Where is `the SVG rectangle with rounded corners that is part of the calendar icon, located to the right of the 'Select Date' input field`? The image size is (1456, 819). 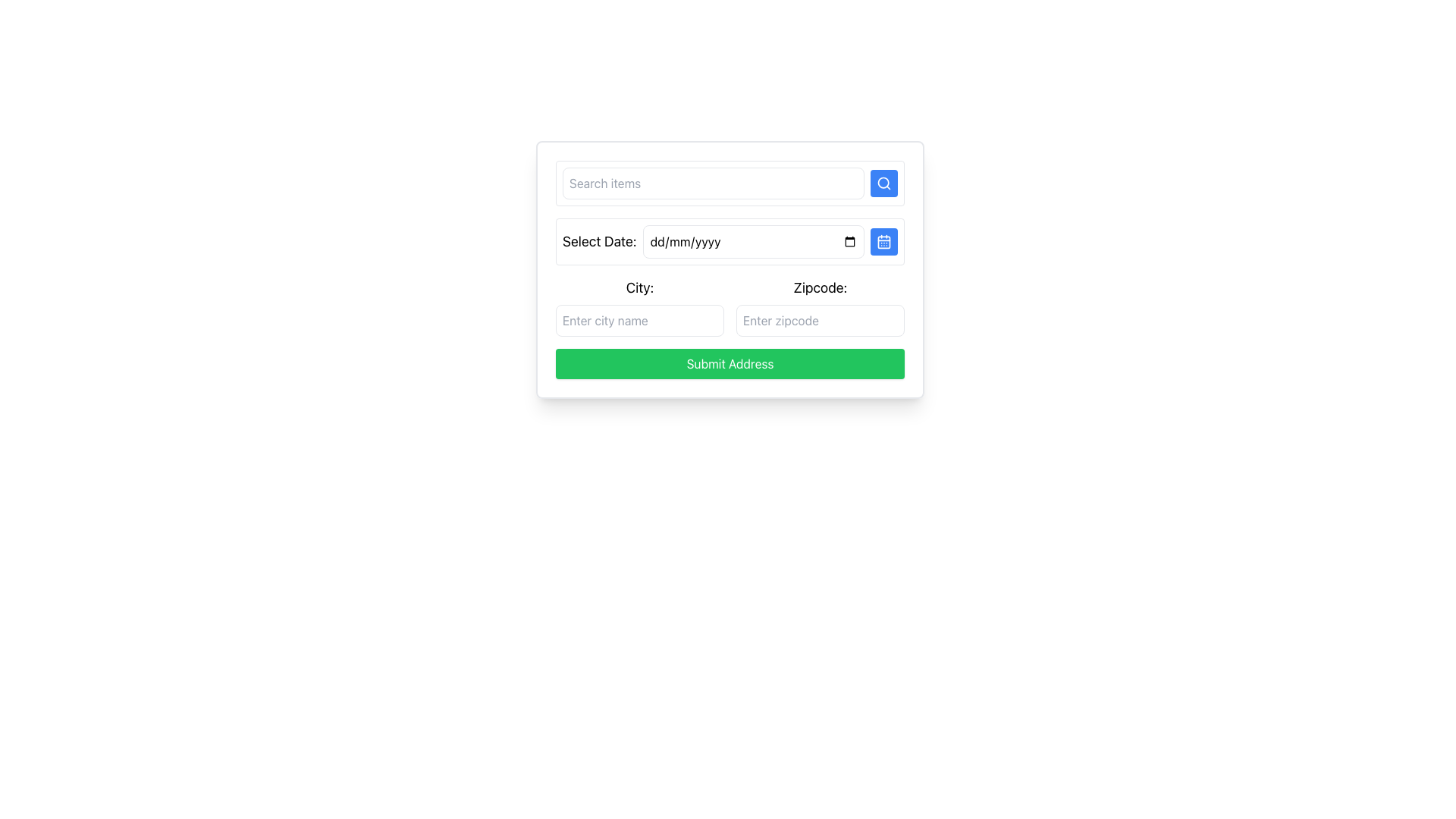 the SVG rectangle with rounded corners that is part of the calendar icon, located to the right of the 'Select Date' input field is located at coordinates (884, 241).